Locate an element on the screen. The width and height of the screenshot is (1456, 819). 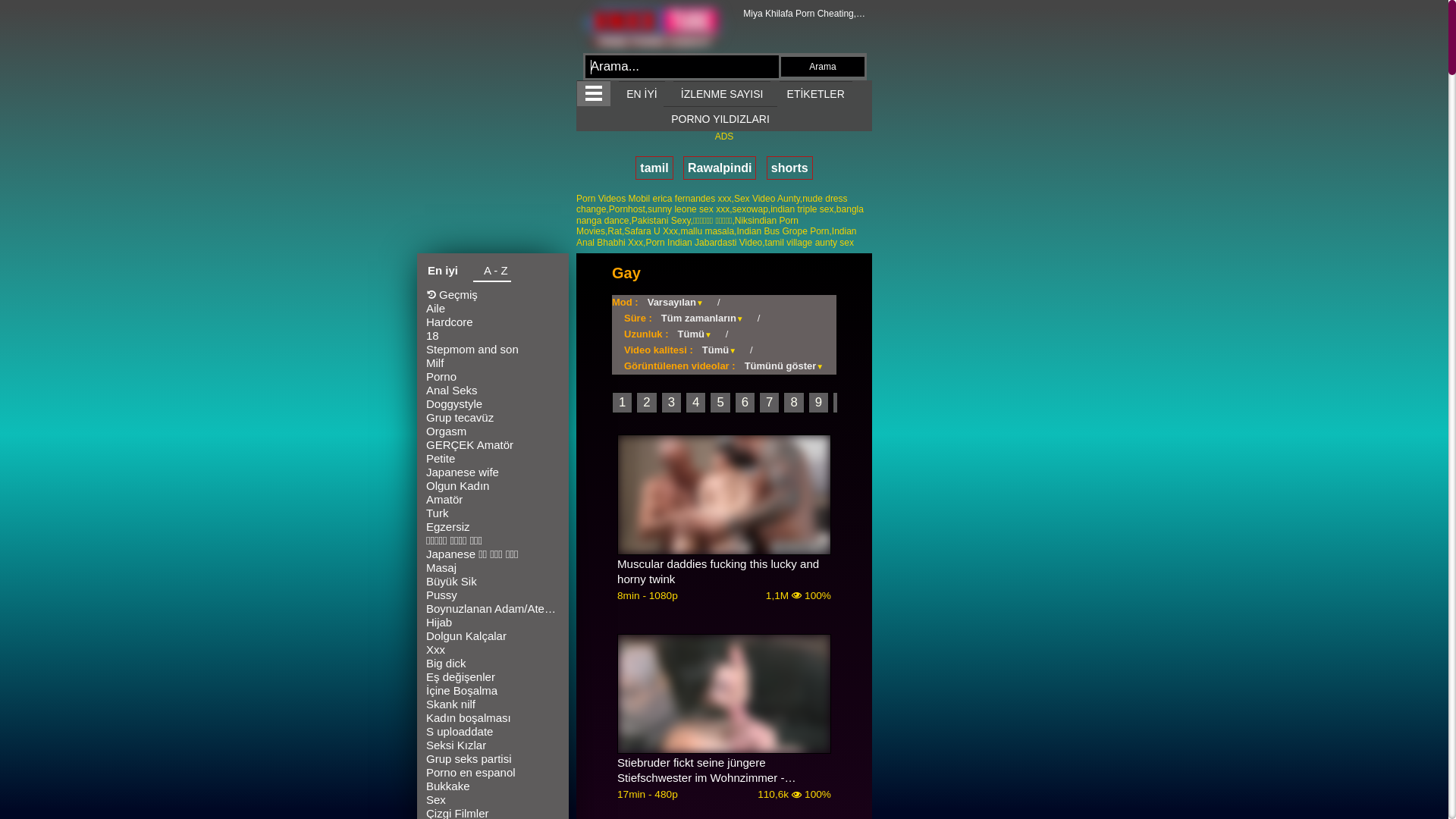
'3' is located at coordinates (670, 402).